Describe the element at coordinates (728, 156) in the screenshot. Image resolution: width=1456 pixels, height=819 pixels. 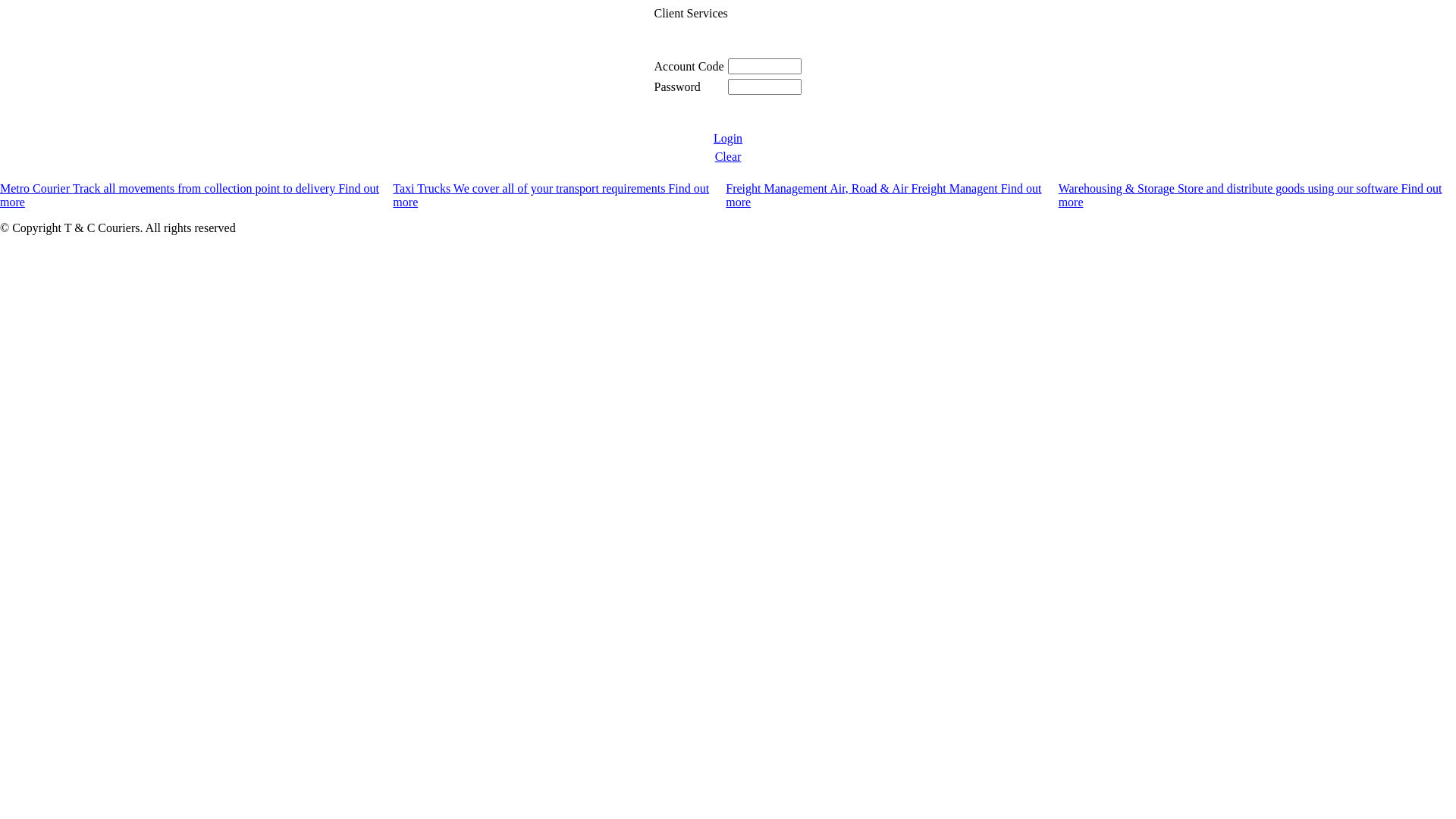
I see `'Clear'` at that location.